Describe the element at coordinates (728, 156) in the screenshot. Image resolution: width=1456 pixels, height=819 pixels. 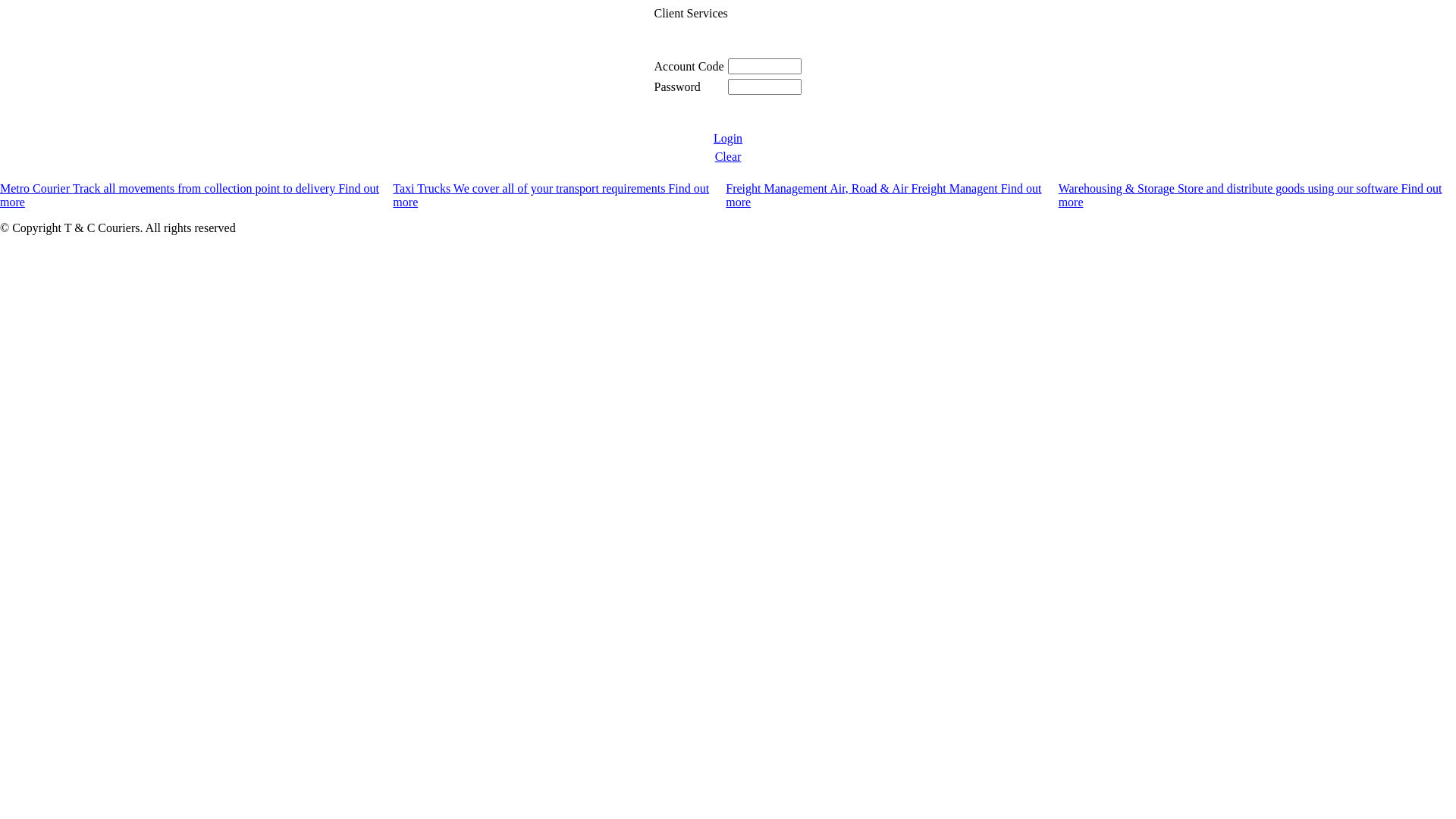
I see `'Clear'` at that location.